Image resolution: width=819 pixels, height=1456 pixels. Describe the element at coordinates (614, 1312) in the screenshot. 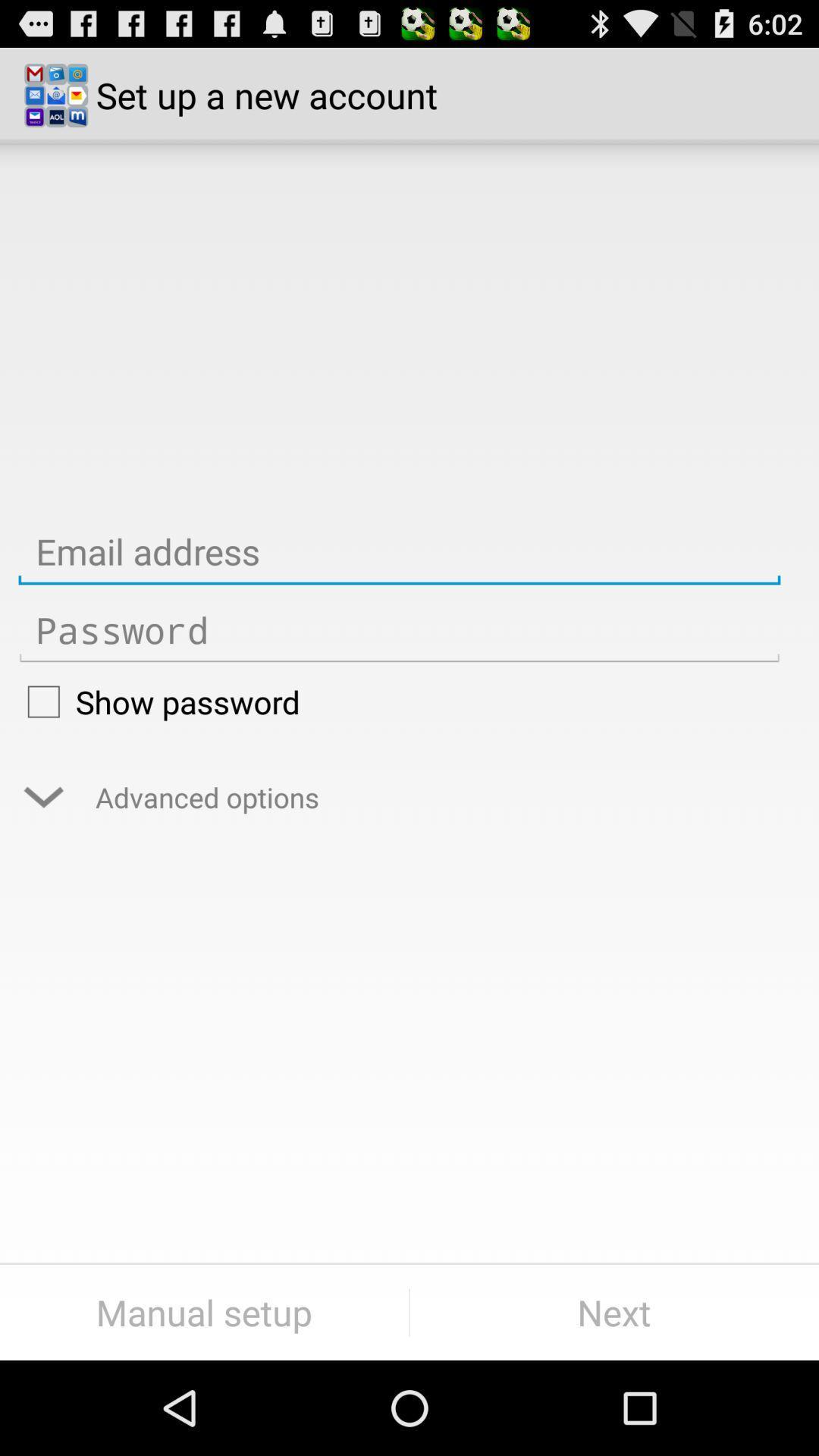

I see `item to the right of the manual setup` at that location.